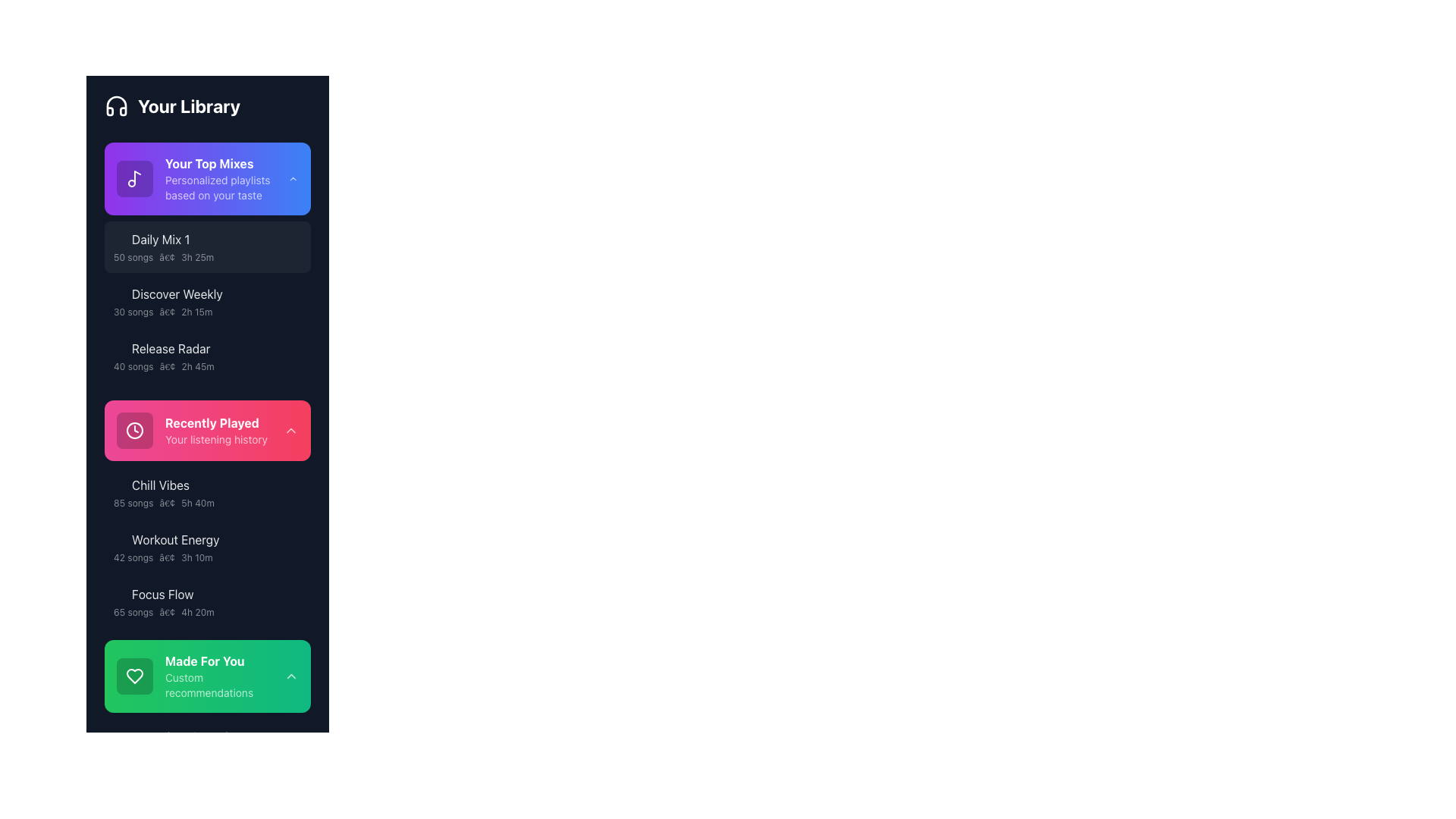  What do you see at coordinates (206, 430) in the screenshot?
I see `the fourth navigation button in the vertical list that directs to recently played audio or media` at bounding box center [206, 430].